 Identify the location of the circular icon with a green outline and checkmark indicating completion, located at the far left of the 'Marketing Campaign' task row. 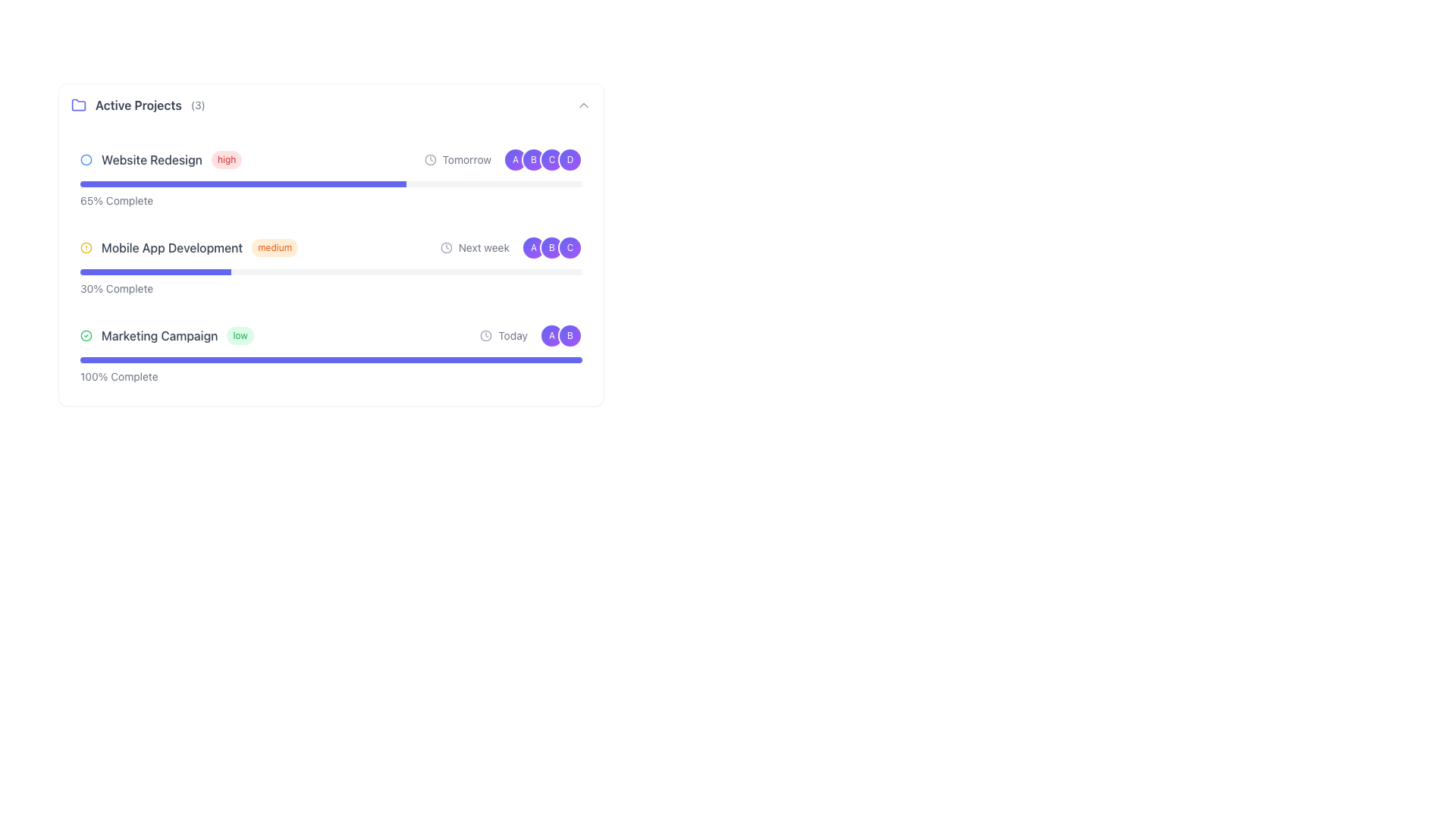
(86, 335).